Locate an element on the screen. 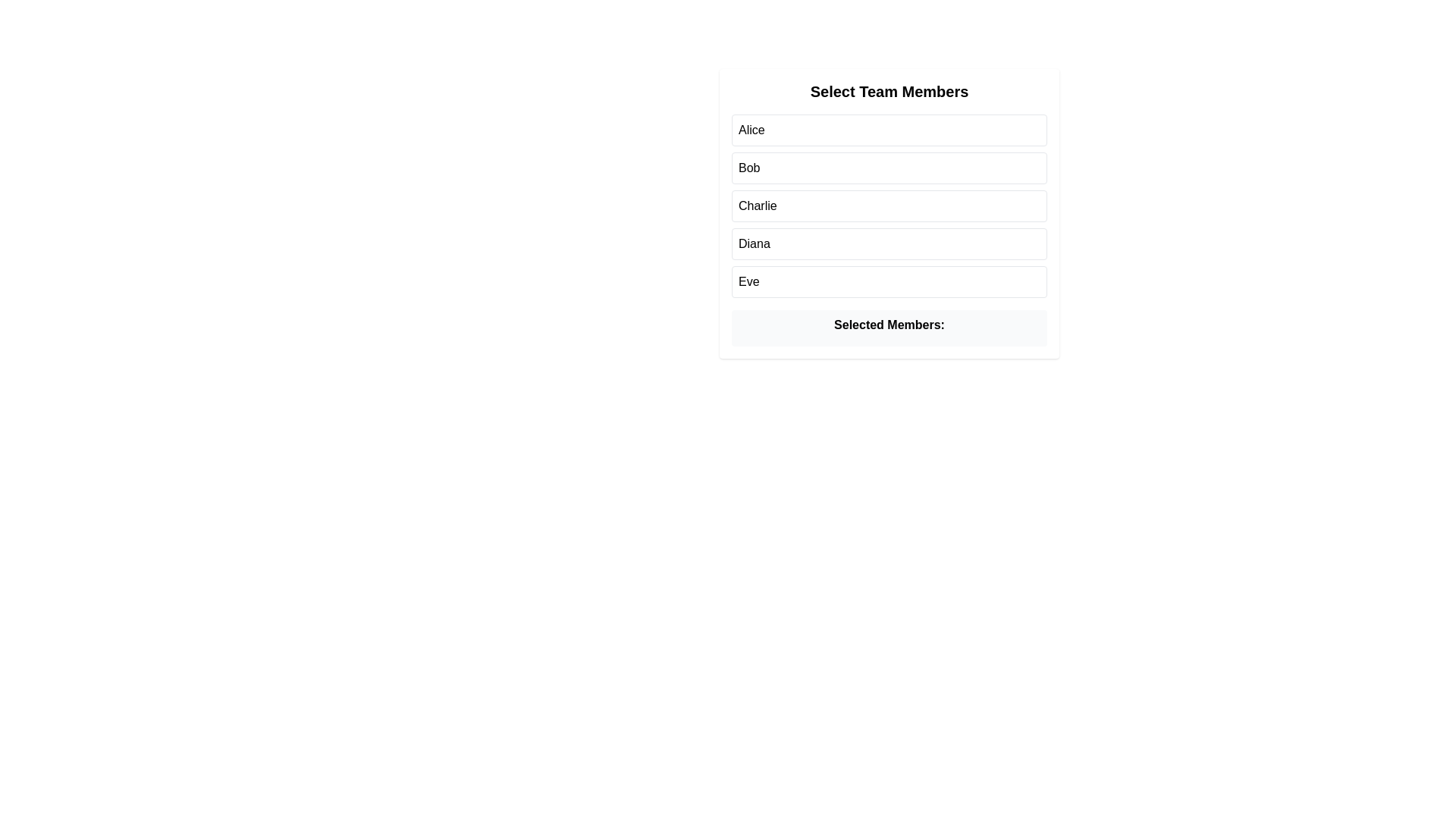 This screenshot has height=819, width=1456. the list item displaying the name 'Charlie', which is the middle option between 'Bob' and 'Diana' in the 'Select Team Members' section is located at coordinates (889, 206).